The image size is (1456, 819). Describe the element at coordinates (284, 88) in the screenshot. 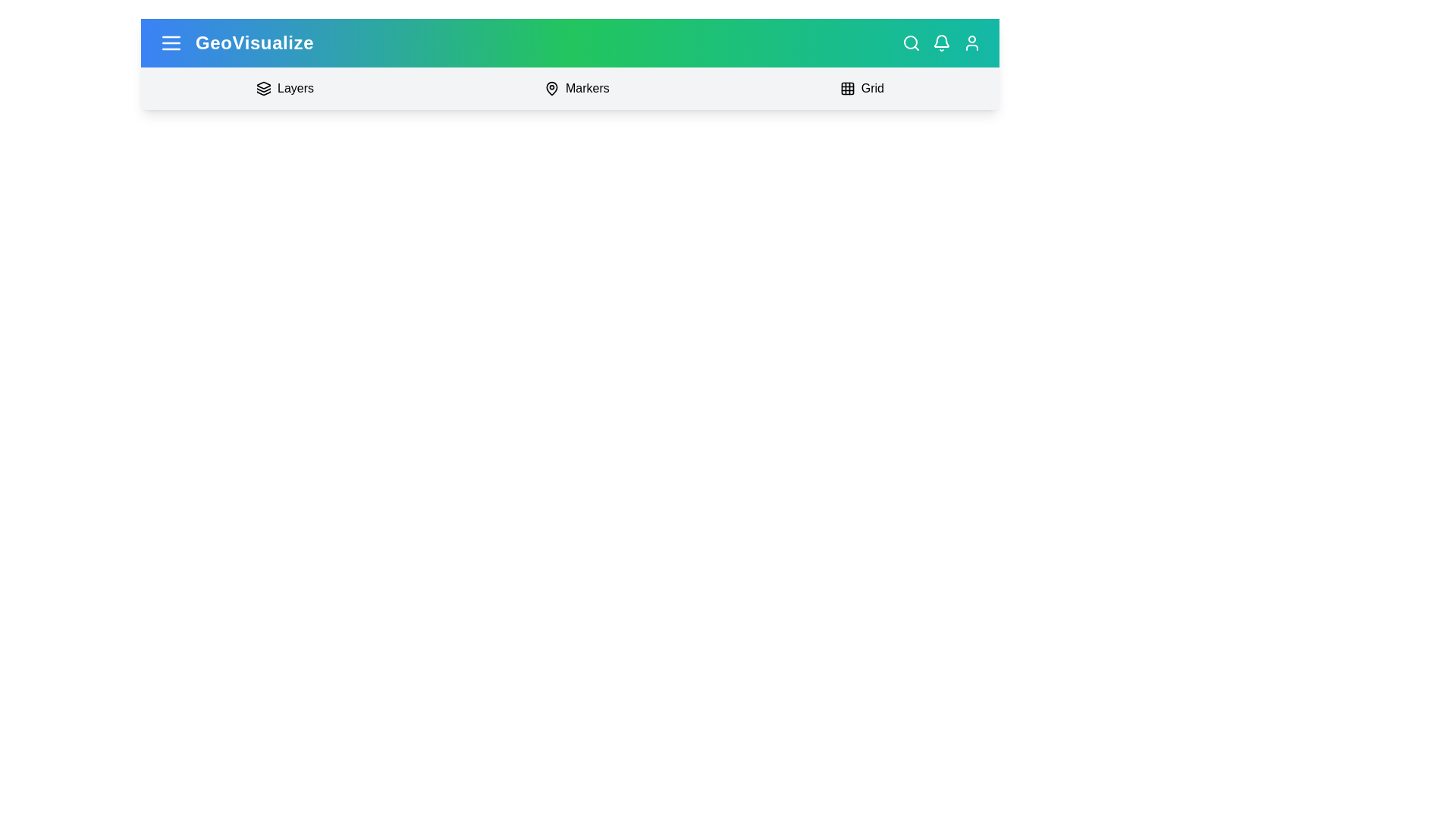

I see `the 'Layers' button to toggle the Layers panel` at that location.